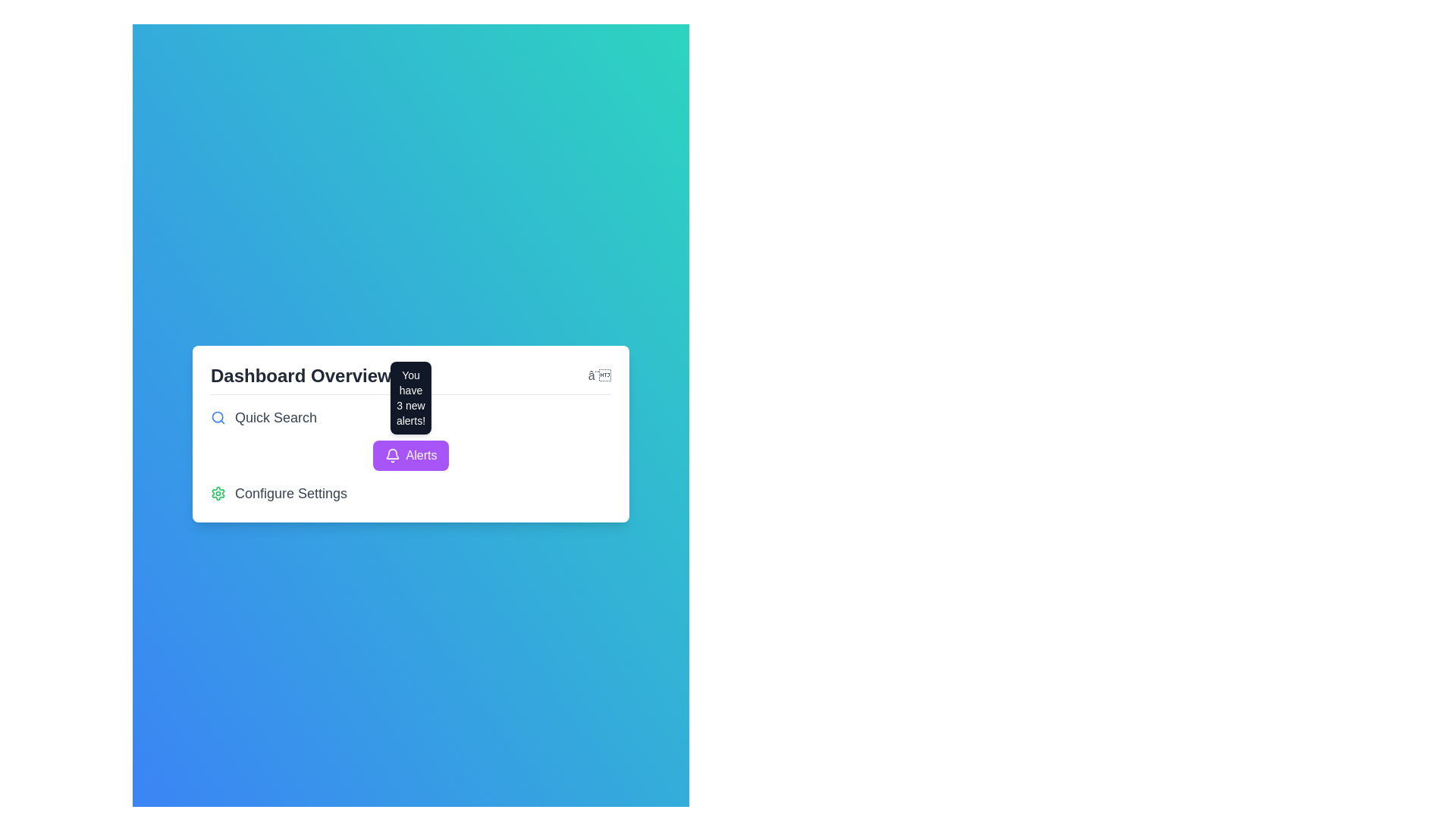  What do you see at coordinates (411, 417) in the screenshot?
I see `the 'Quick Search' label icon, which features a magnifying glass and is styled in blue` at bounding box center [411, 417].